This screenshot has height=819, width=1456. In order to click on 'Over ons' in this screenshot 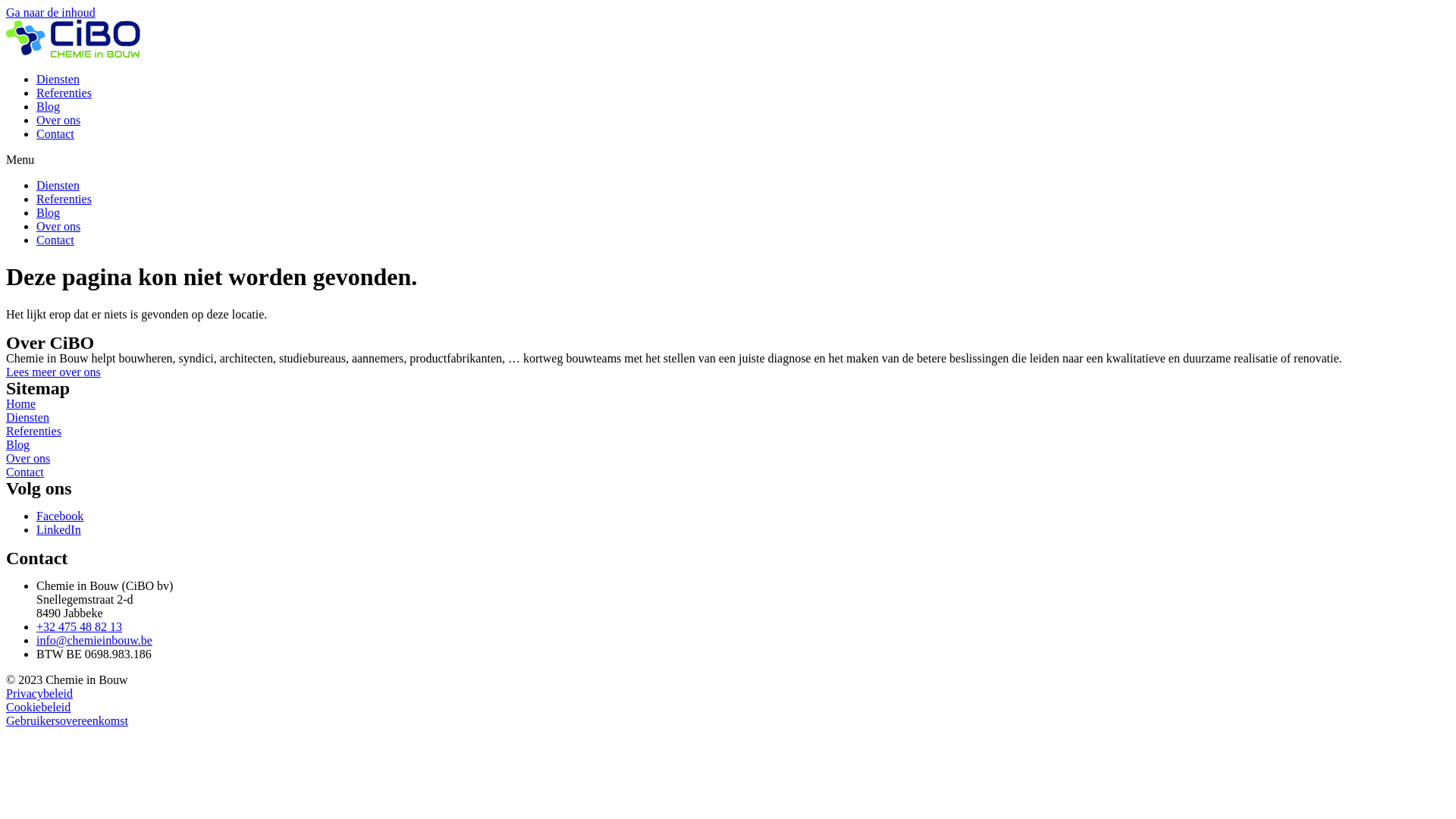, I will do `click(58, 119)`.